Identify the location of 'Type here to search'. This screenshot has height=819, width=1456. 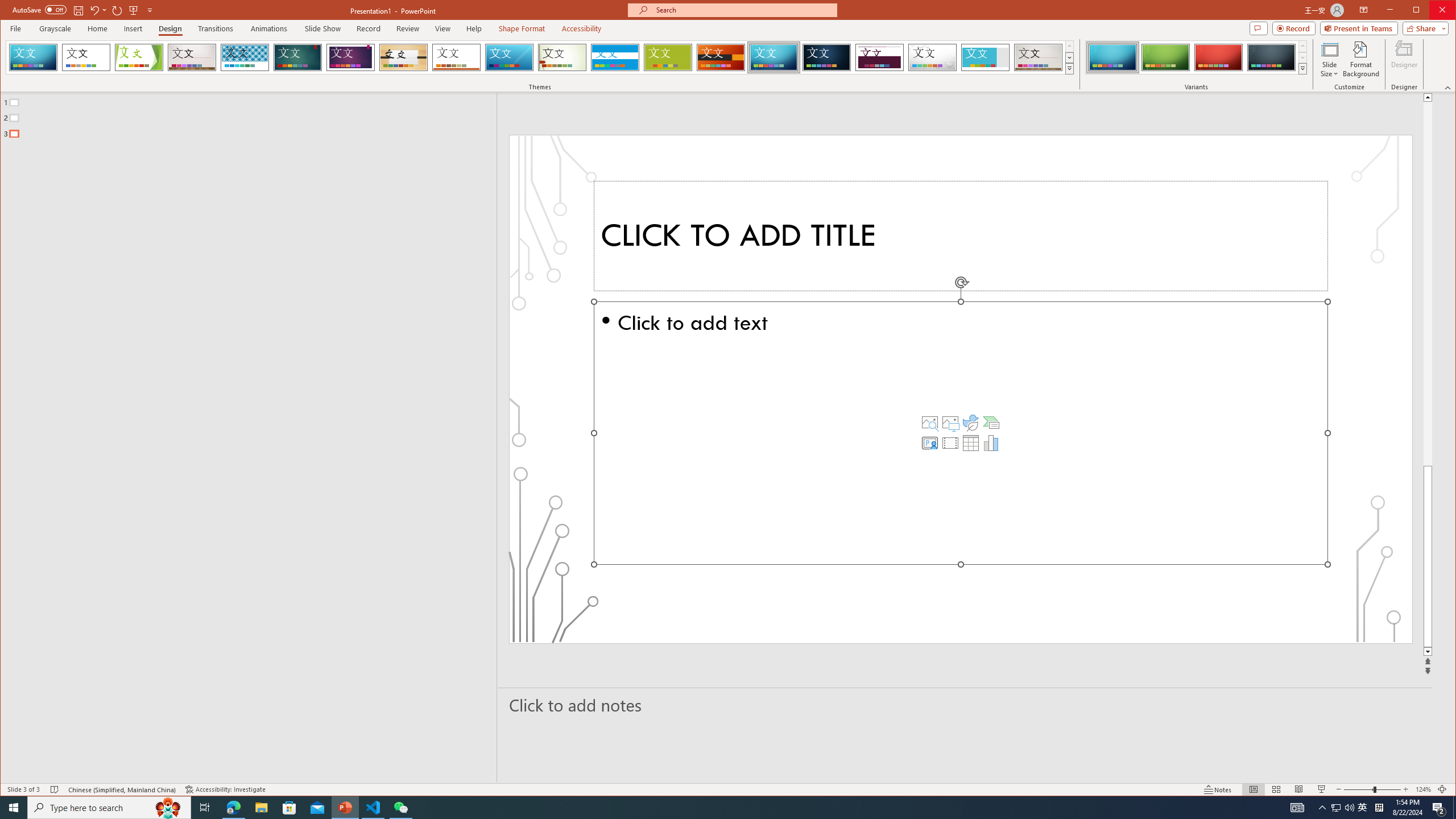
(109, 806).